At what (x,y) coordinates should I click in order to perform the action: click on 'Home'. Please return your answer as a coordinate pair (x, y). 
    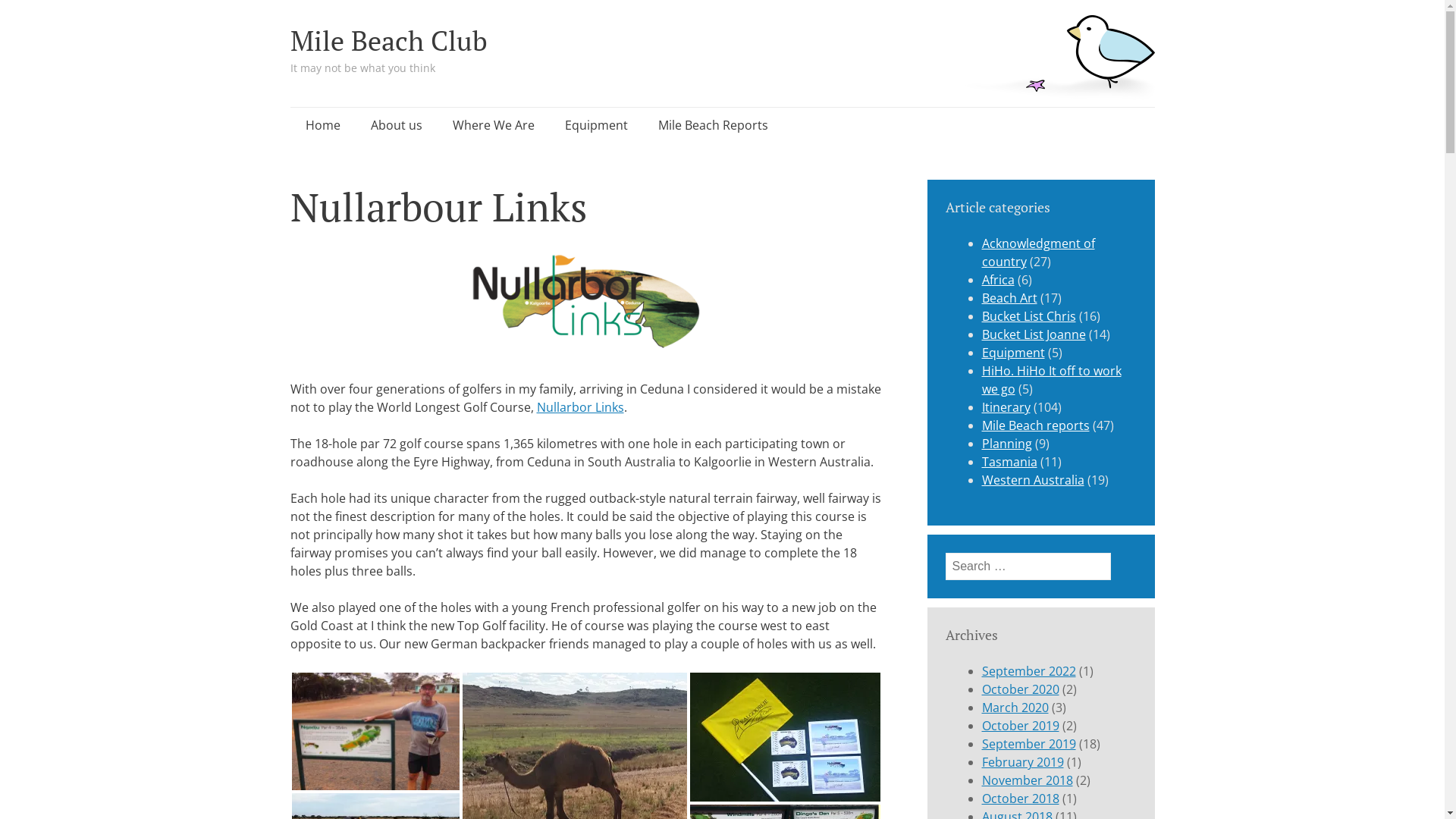
    Looking at the image, I should click on (322, 124).